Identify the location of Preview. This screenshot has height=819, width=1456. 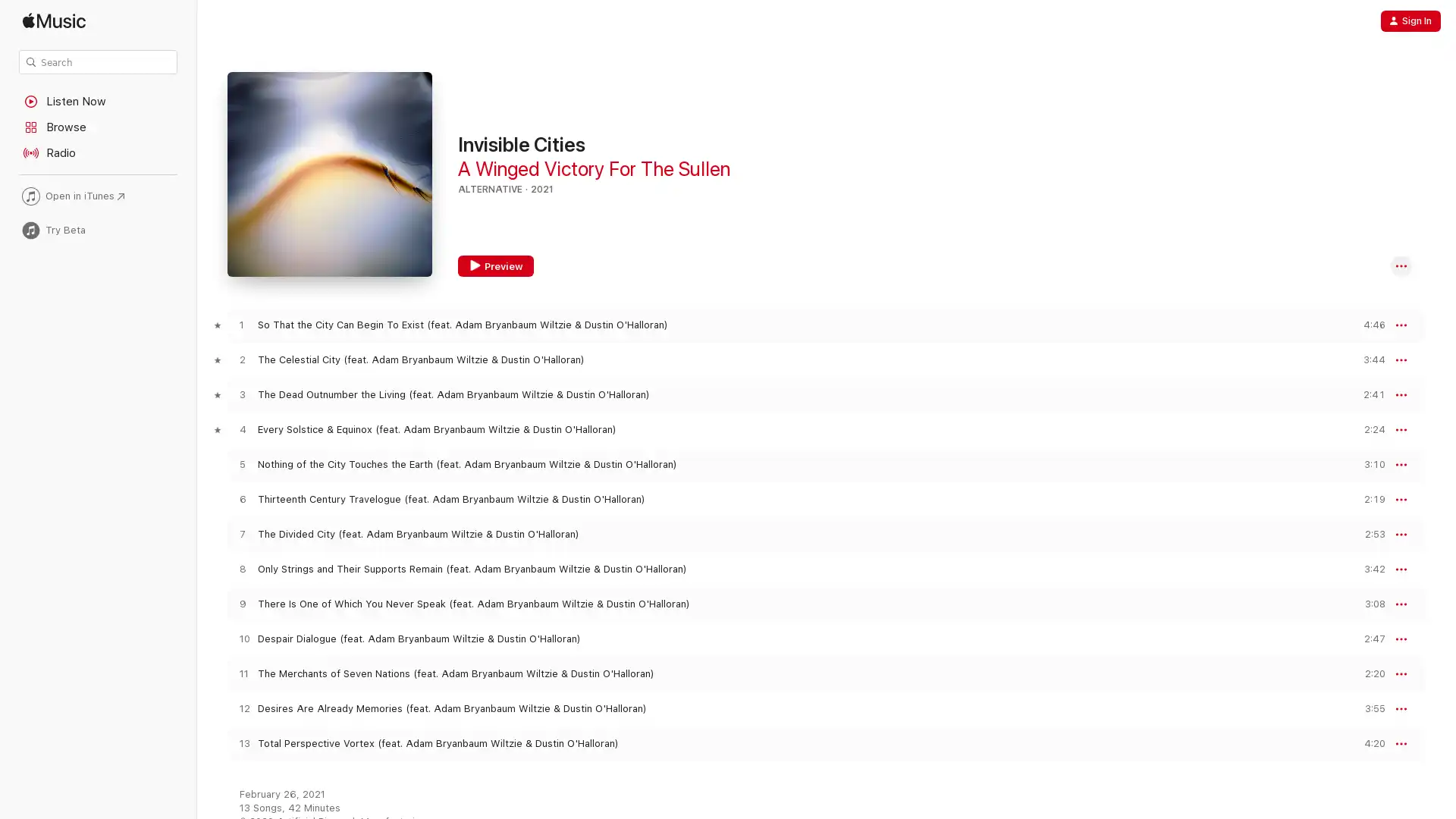
(1368, 639).